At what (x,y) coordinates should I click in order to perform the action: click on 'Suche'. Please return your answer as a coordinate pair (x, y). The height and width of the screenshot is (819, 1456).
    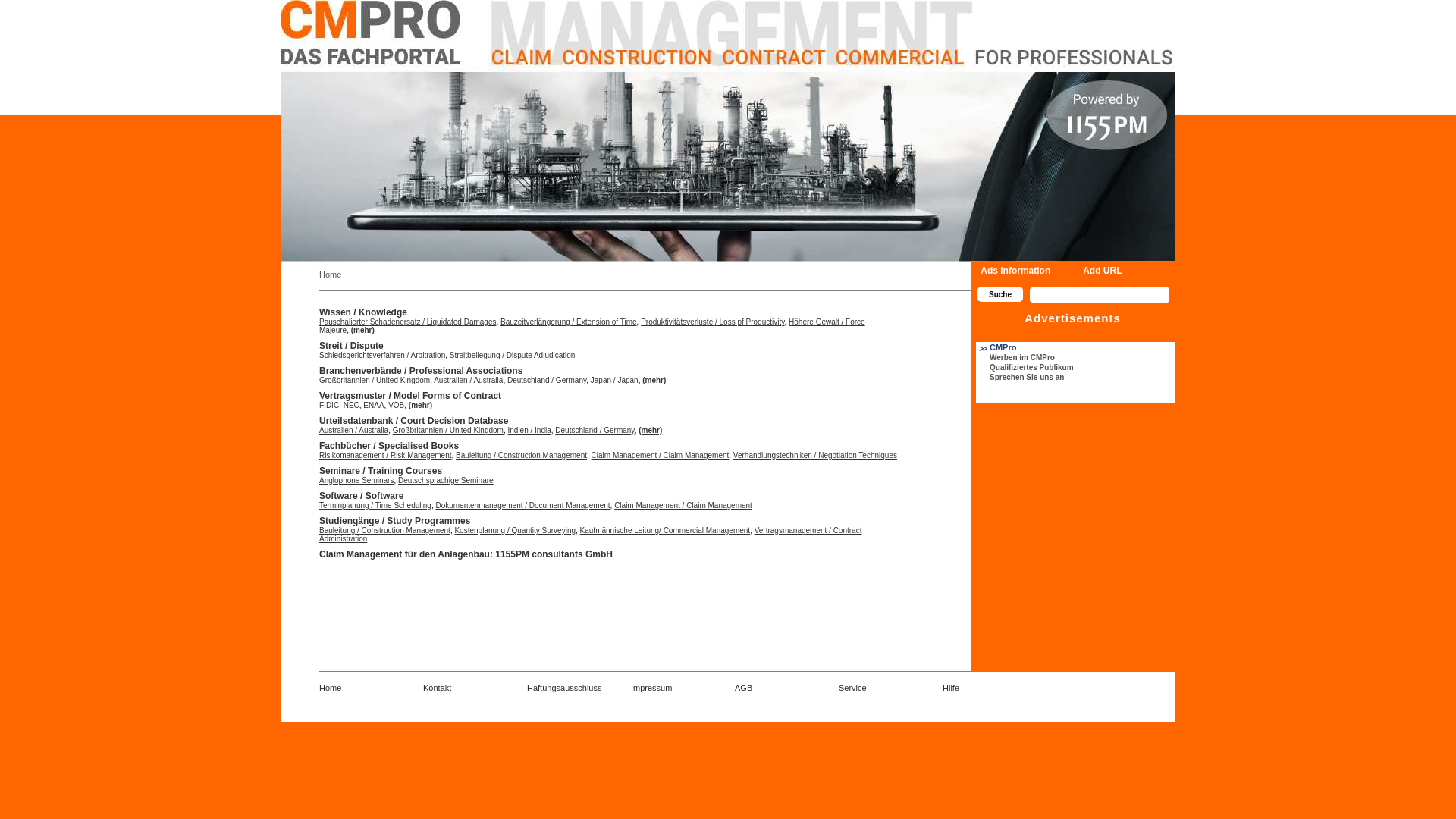
    Looking at the image, I should click on (977, 294).